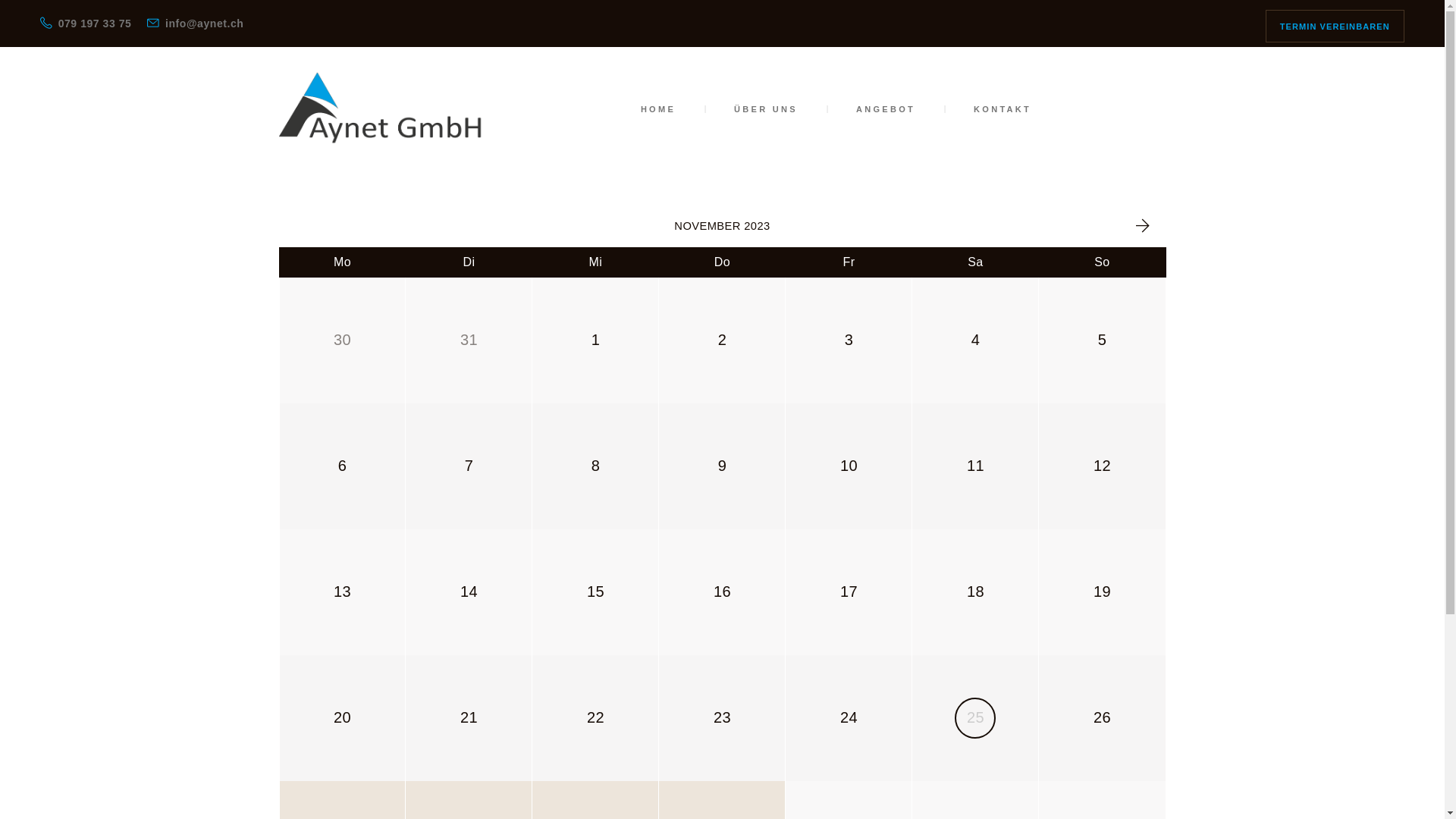 This screenshot has width=1456, height=819. Describe the element at coordinates (1333, 26) in the screenshot. I see `'TERMIN VEREINBAREN'` at that location.